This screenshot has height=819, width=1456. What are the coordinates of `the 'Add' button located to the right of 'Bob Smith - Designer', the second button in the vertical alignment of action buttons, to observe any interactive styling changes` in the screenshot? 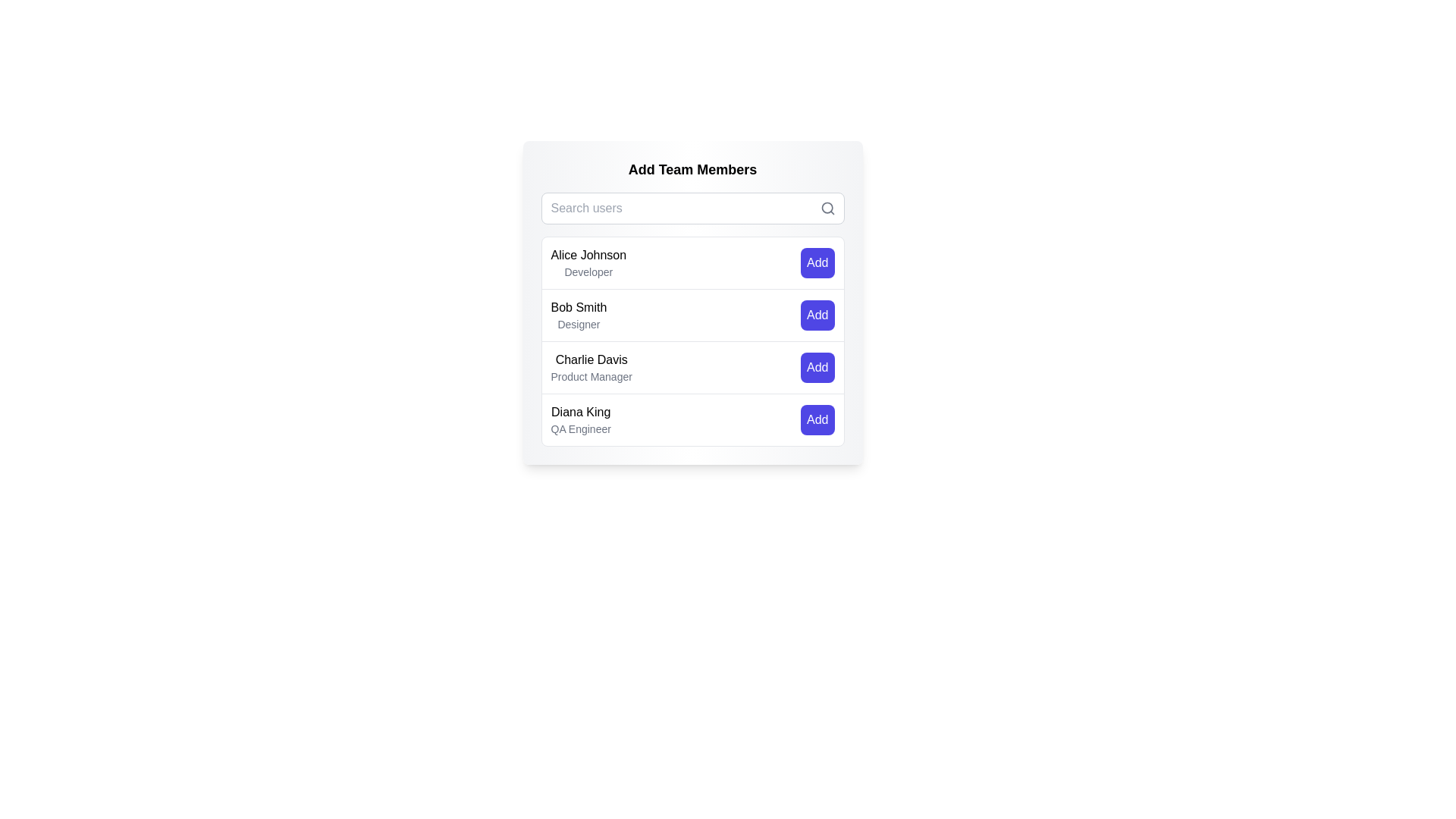 It's located at (817, 315).